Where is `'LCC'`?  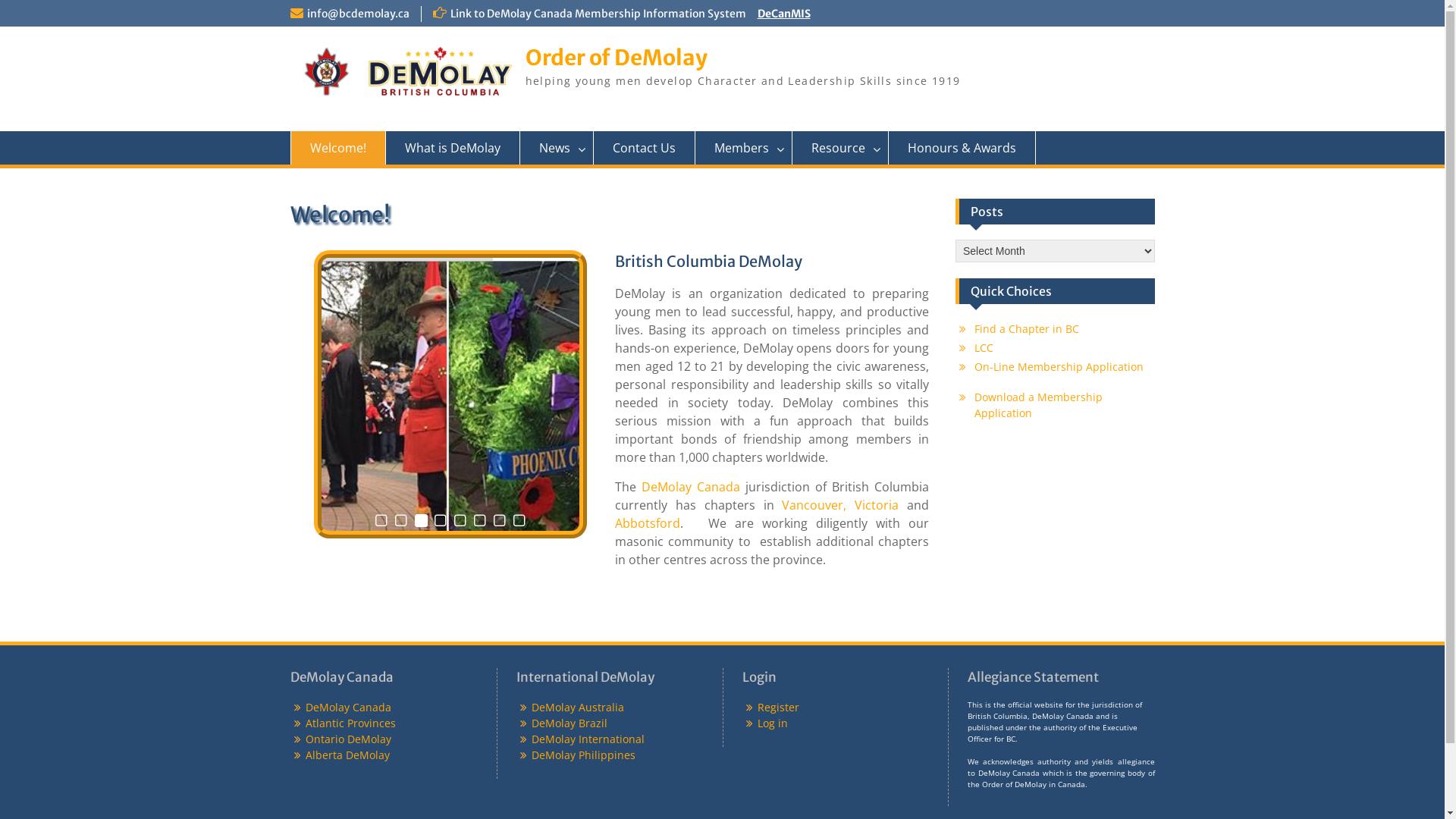
'LCC' is located at coordinates (984, 347).